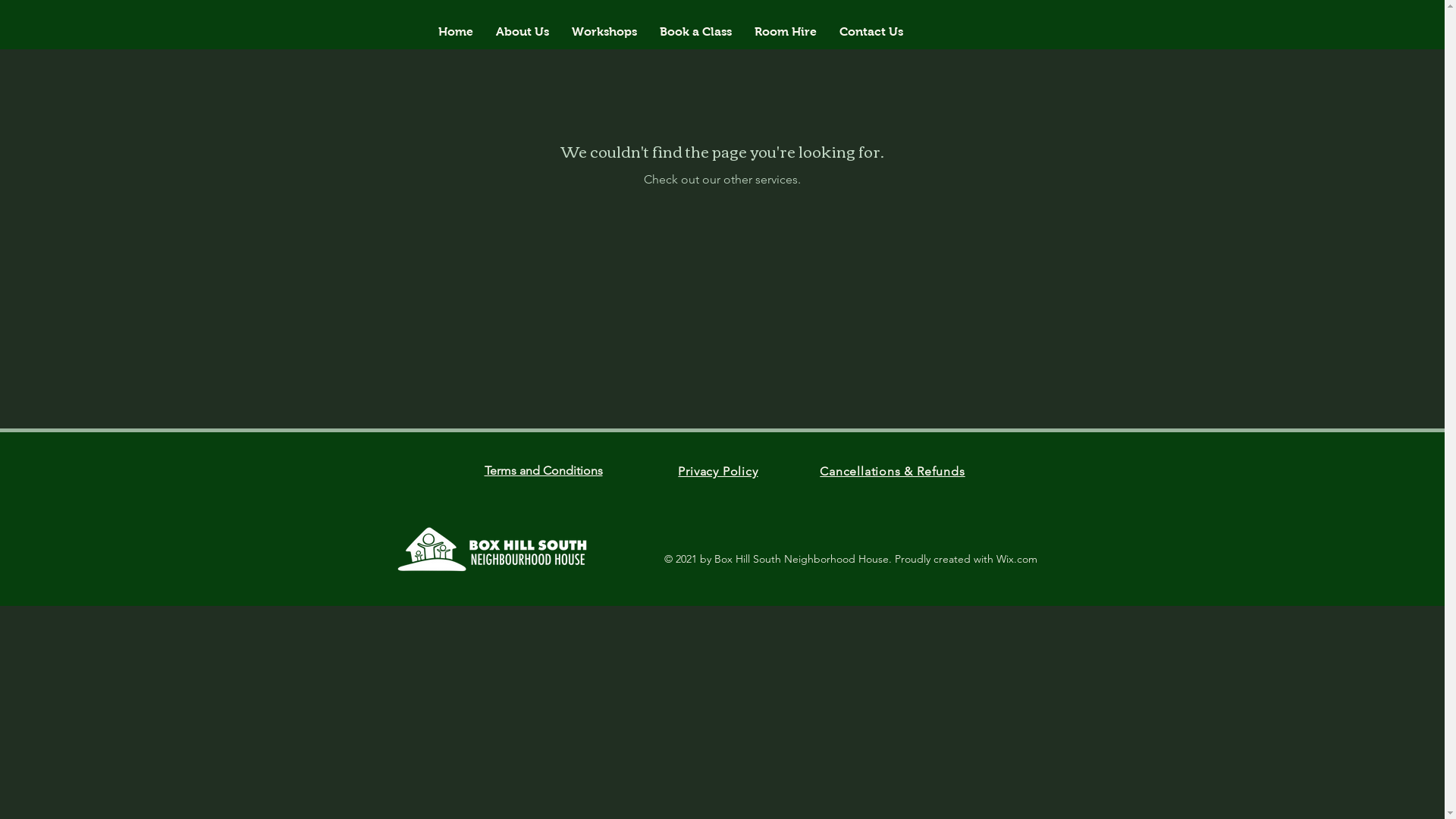  Describe the element at coordinates (892, 470) in the screenshot. I see `'Cancellations & Refunds'` at that location.